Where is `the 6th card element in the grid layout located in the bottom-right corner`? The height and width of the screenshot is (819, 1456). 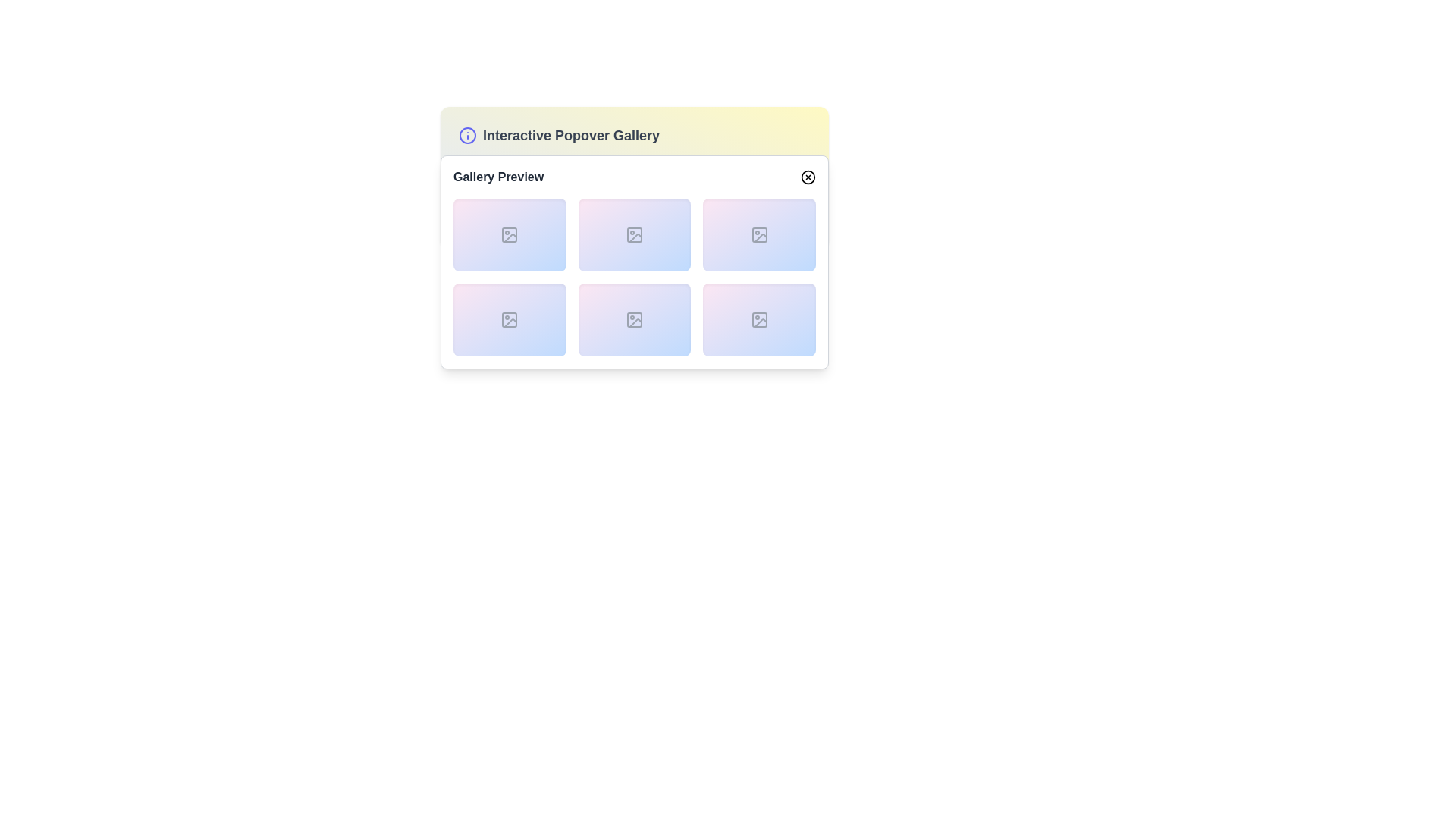 the 6th card element in the grid layout located in the bottom-right corner is located at coordinates (759, 318).